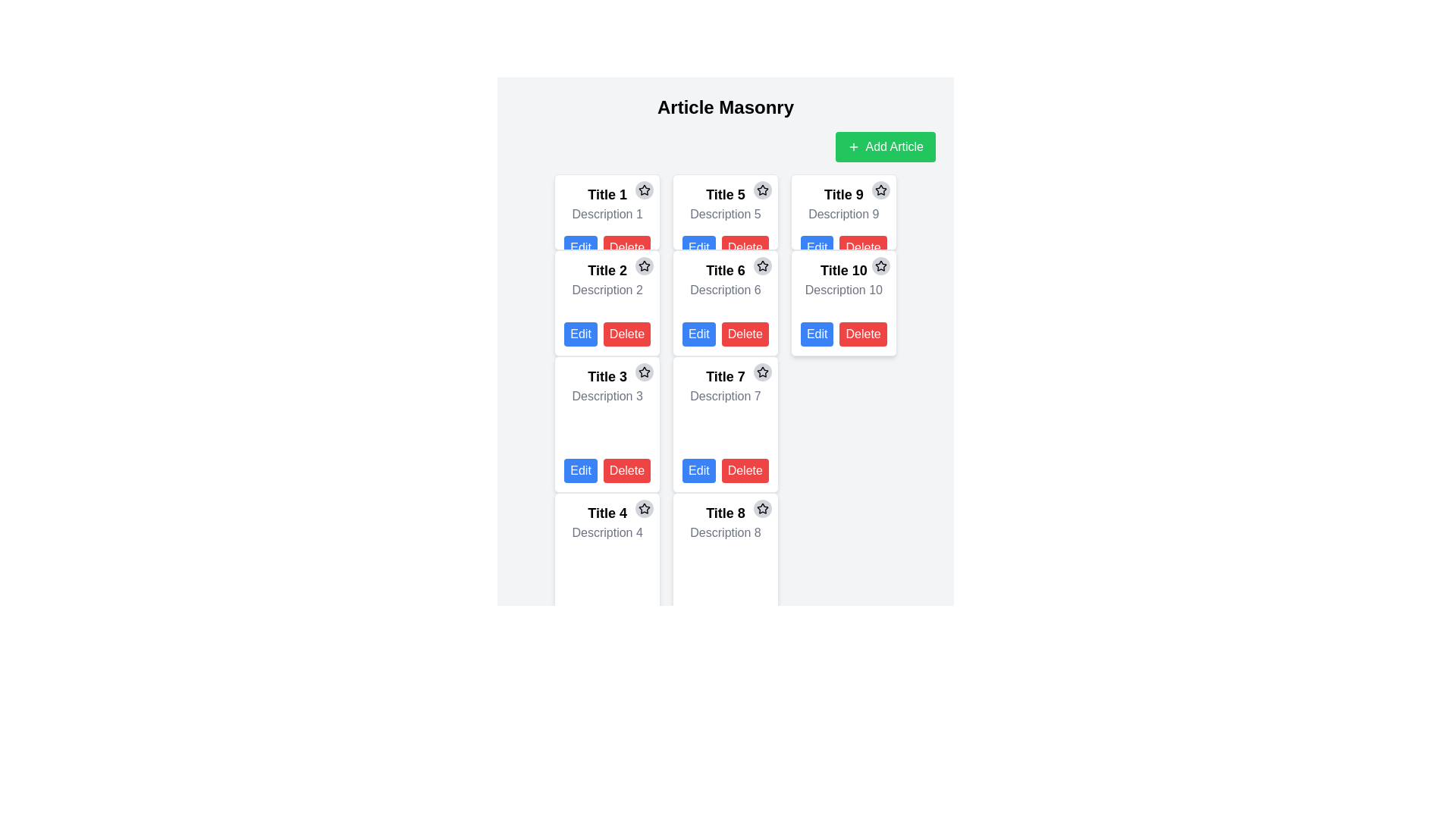 The image size is (1456, 819). What do you see at coordinates (724, 303) in the screenshot?
I see `the card component with the title 'Title 6' and description 'Description 6'` at bounding box center [724, 303].